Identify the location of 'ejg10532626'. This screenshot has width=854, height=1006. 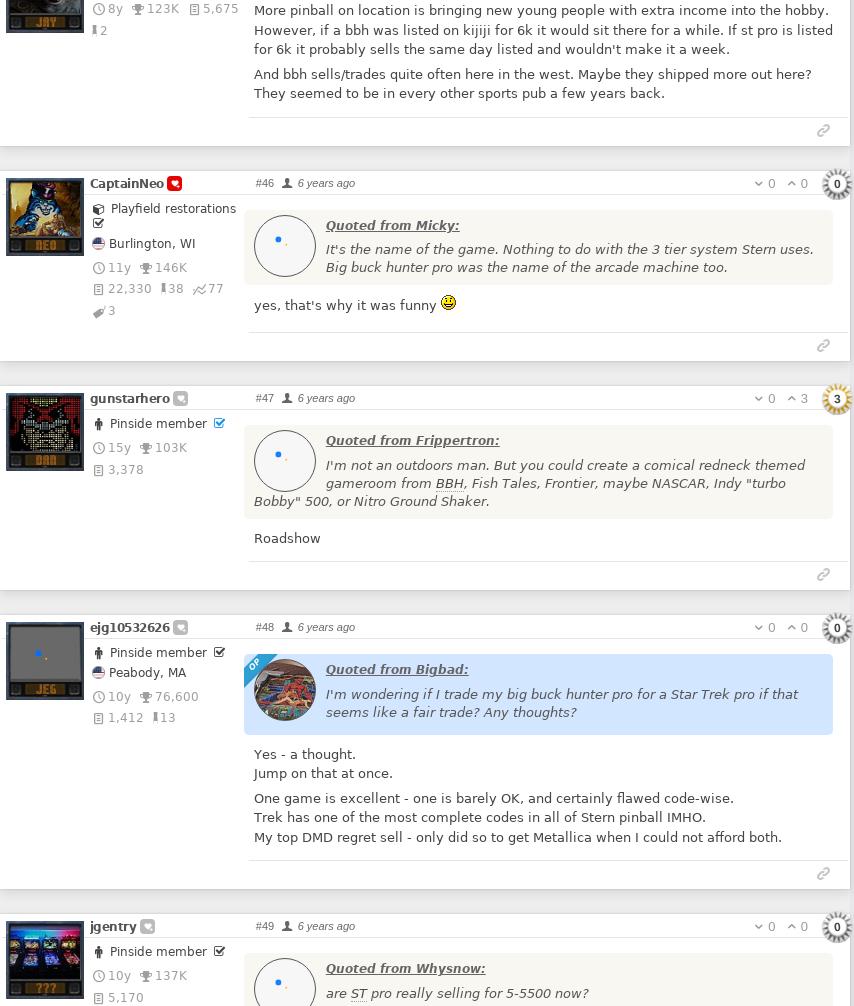
(128, 628).